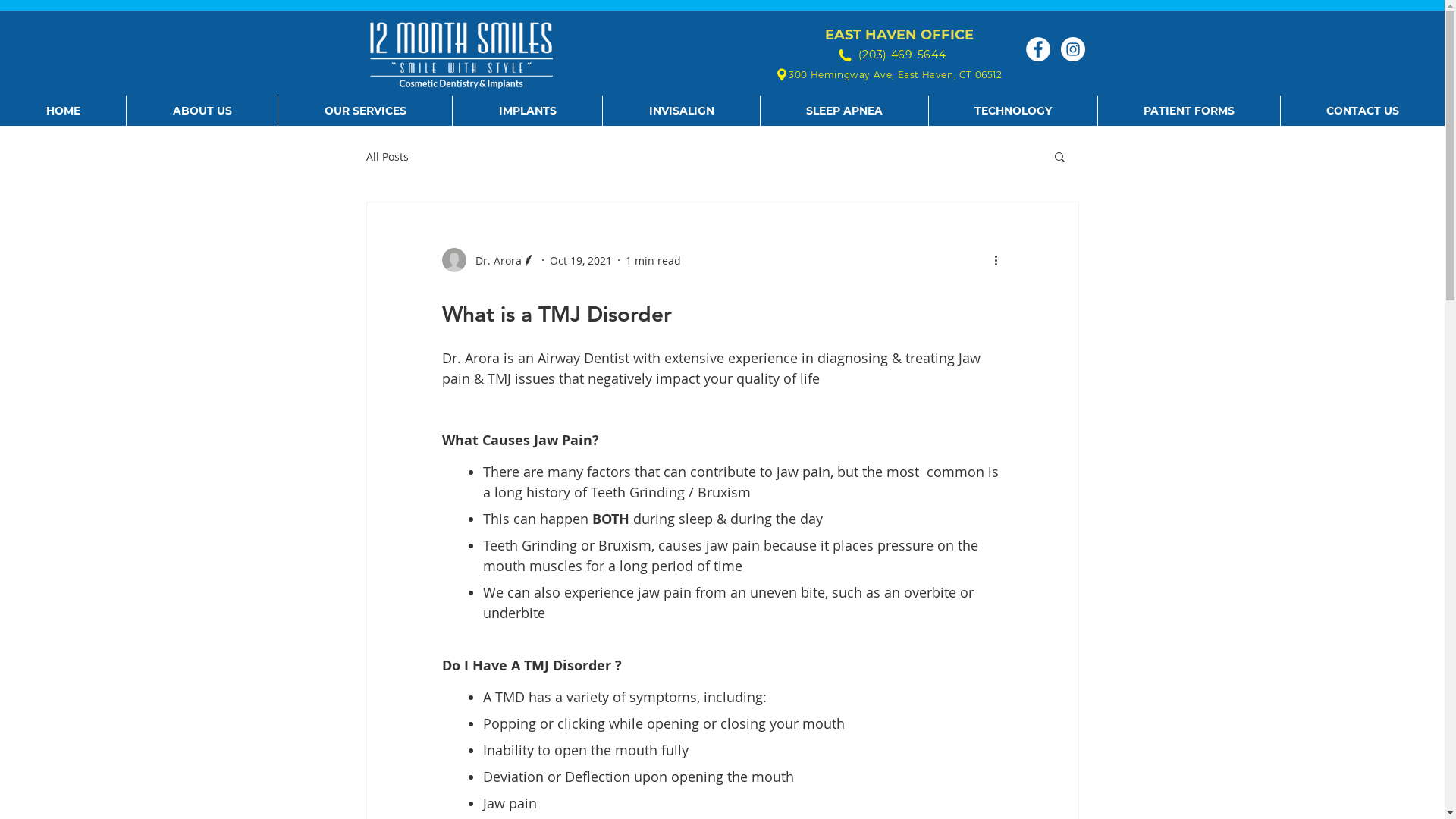 This screenshot has height=819, width=1456. I want to click on 'Dr. Arora', so click(440, 259).